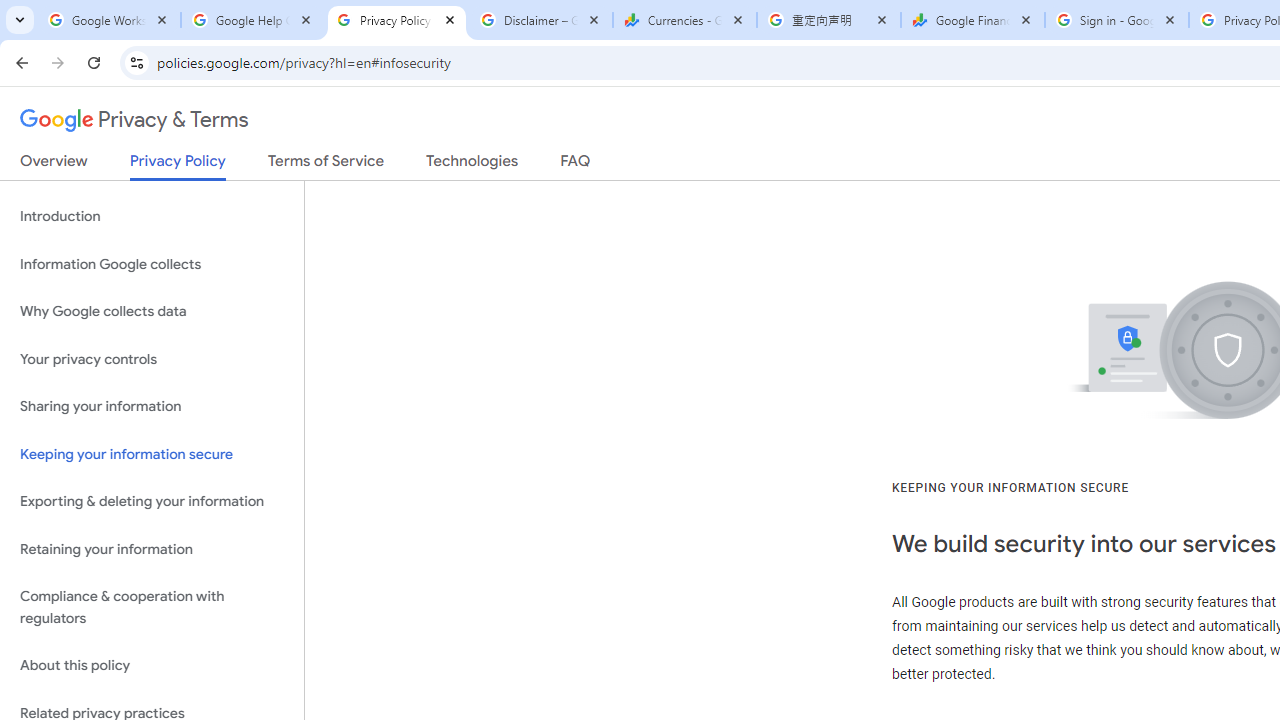 The image size is (1280, 720). I want to click on 'Introduction', so click(151, 217).